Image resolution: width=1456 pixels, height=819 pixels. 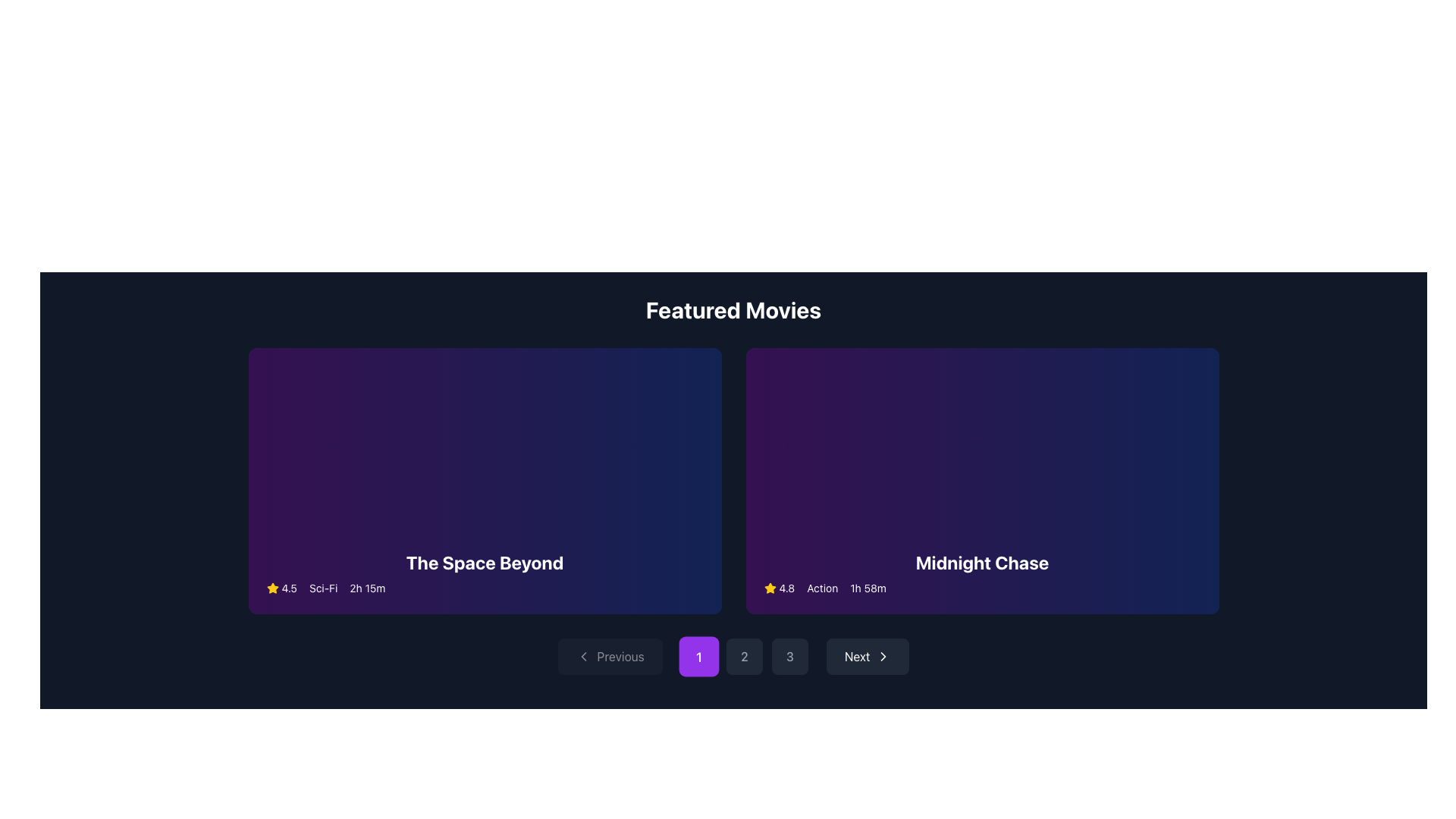 I want to click on the navigation button located at the bottom right corner of the user interface, which is positioned next to the pagination numbers (1, 2, 3), so click(x=868, y=656).